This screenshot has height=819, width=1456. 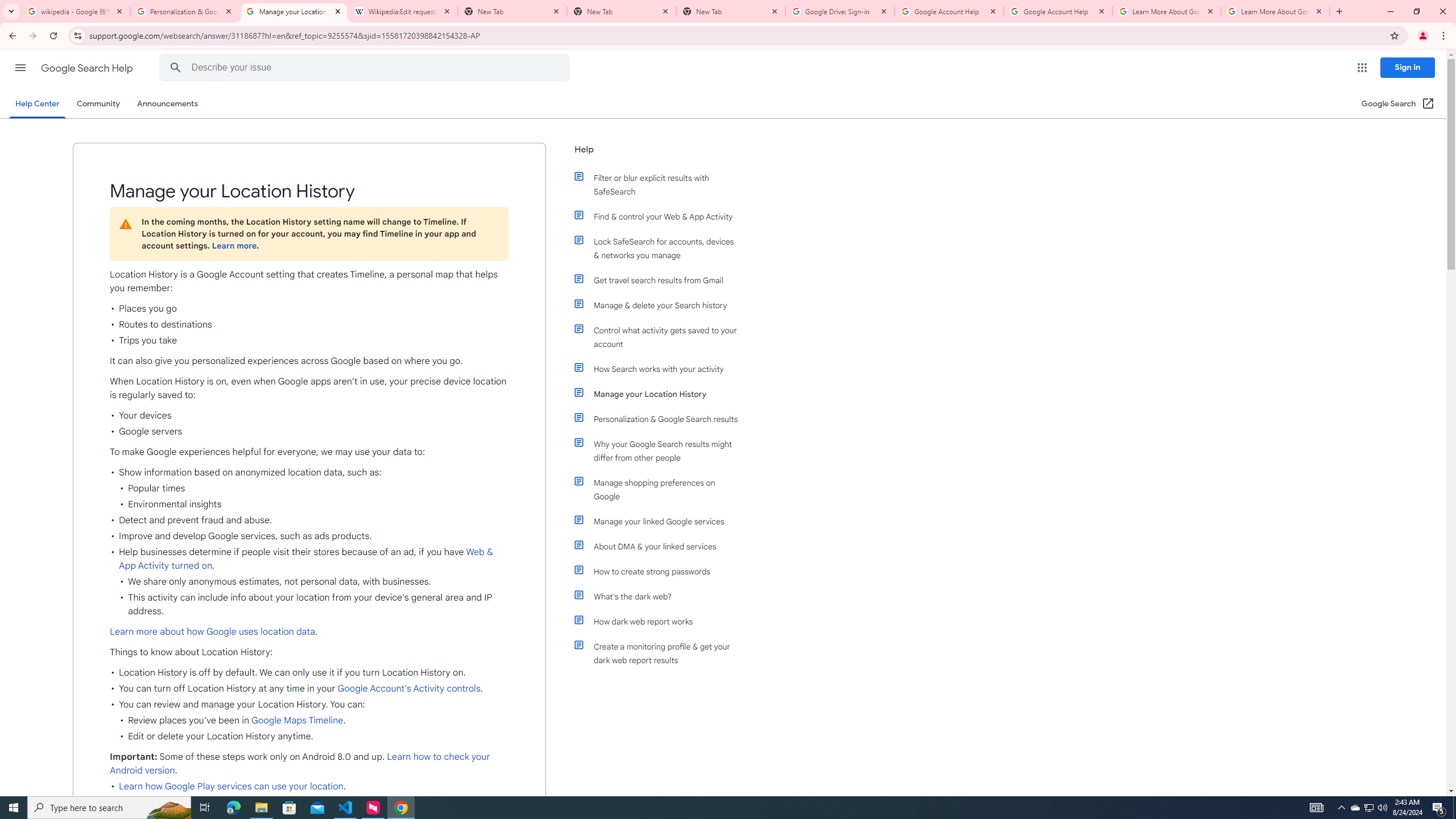 What do you see at coordinates (185, 11) in the screenshot?
I see `'Personalization & Google Search results - Google Search Help'` at bounding box center [185, 11].